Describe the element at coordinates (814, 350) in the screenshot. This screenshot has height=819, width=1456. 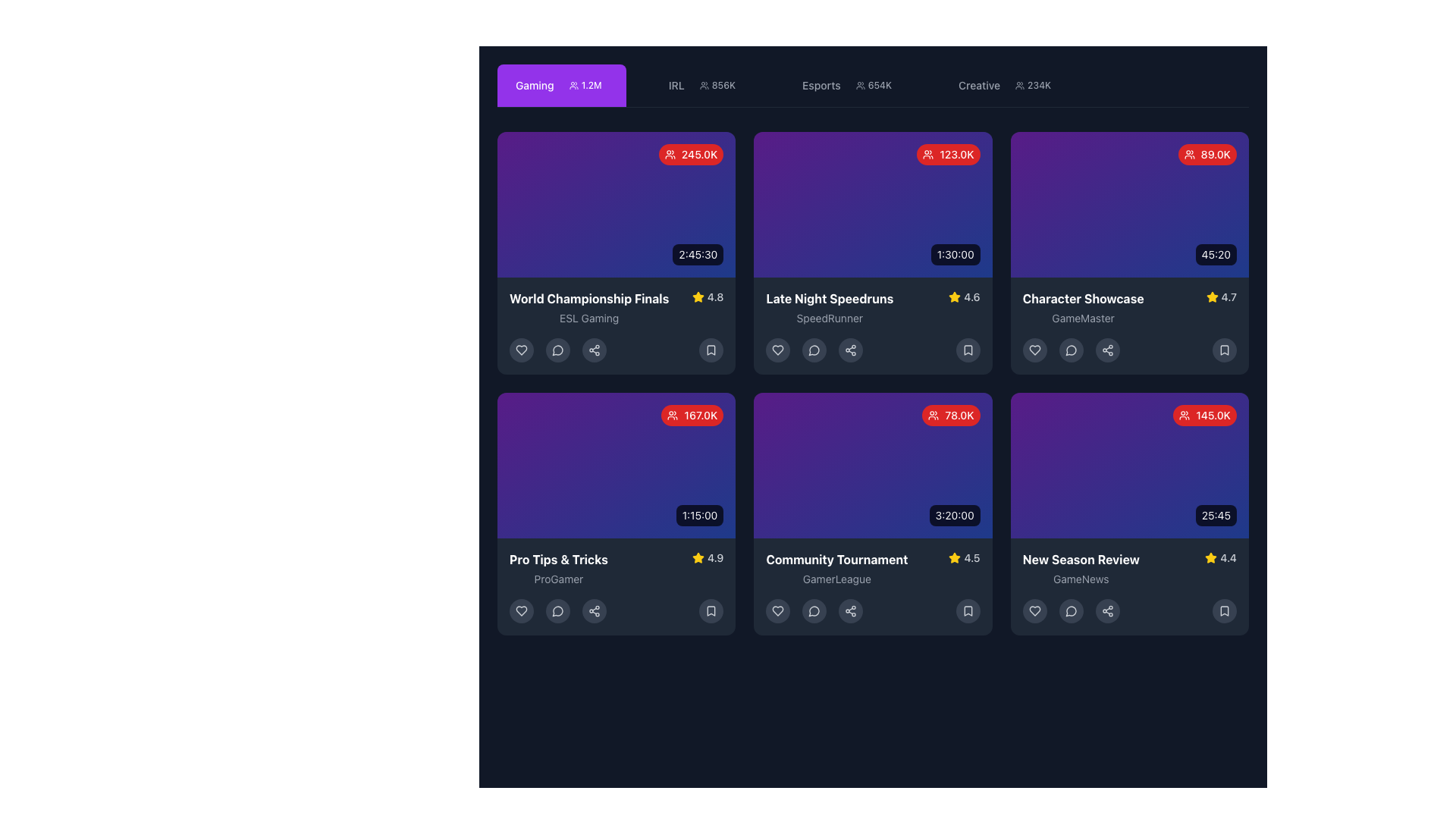
I see `the speech bubble icon located at the bottom of the 'Late Night Speedruns' card, positioned between the heart-shaped icon and the share icon` at that location.